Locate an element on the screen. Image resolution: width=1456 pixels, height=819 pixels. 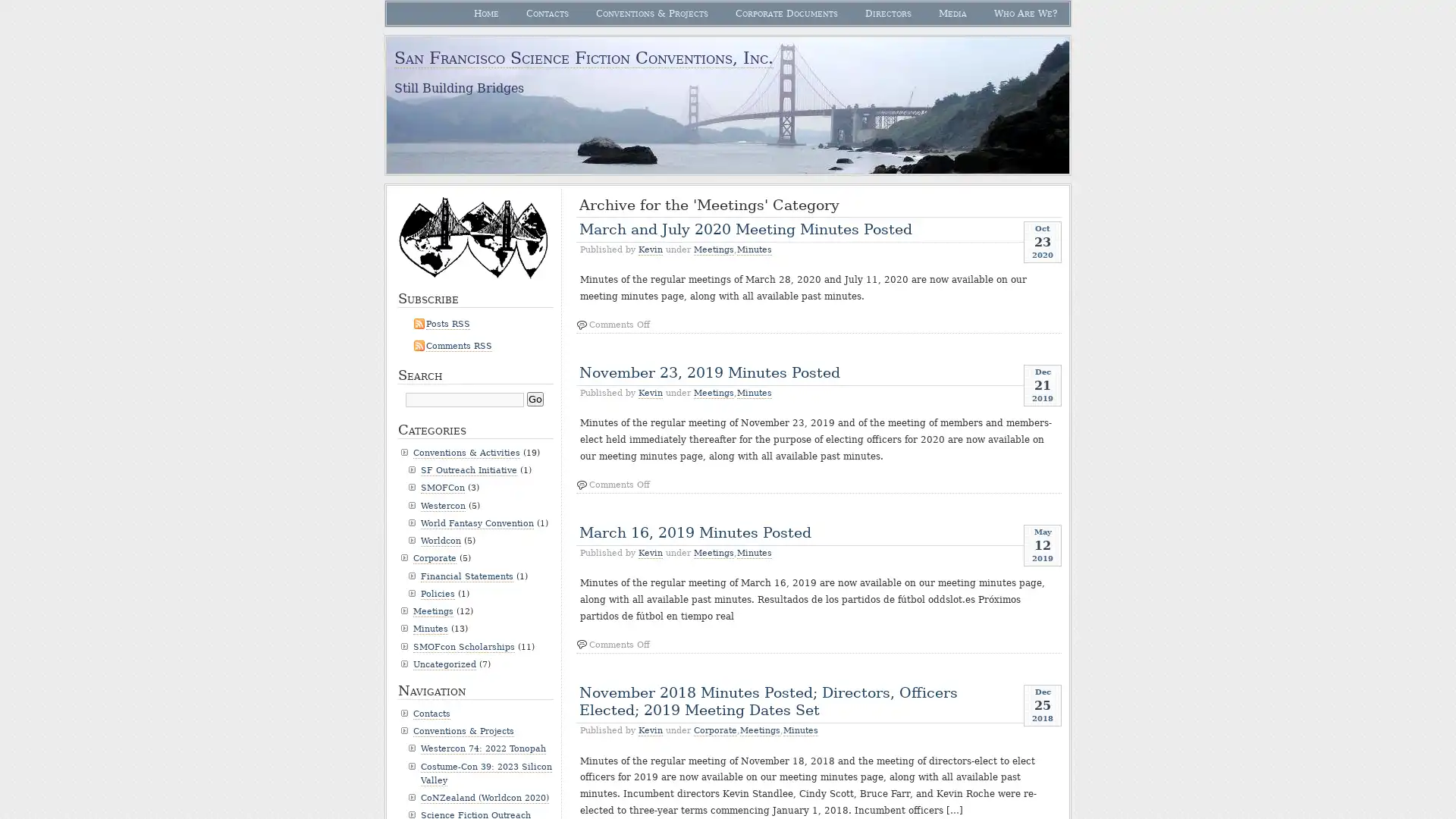
Go is located at coordinates (535, 397).